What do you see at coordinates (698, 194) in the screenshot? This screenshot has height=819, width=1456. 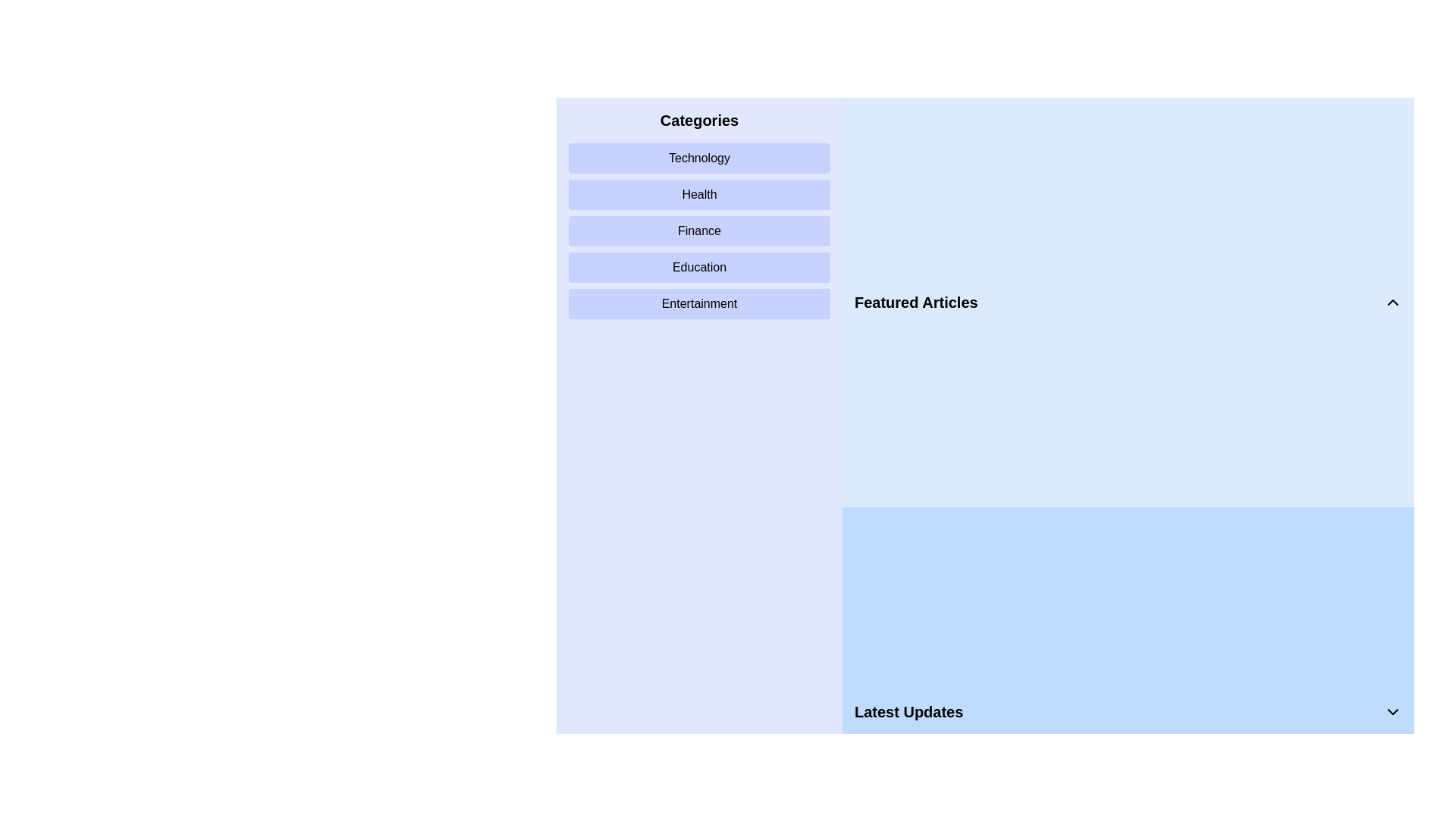 I see `the 'Health' button, which is a horizontally rectangular button with rounded corners, featuring the text 'Health' in black on a light indigo background, positioned below the 'Technology' button and above the 'Finance' button in the 'Categories' section` at bounding box center [698, 194].